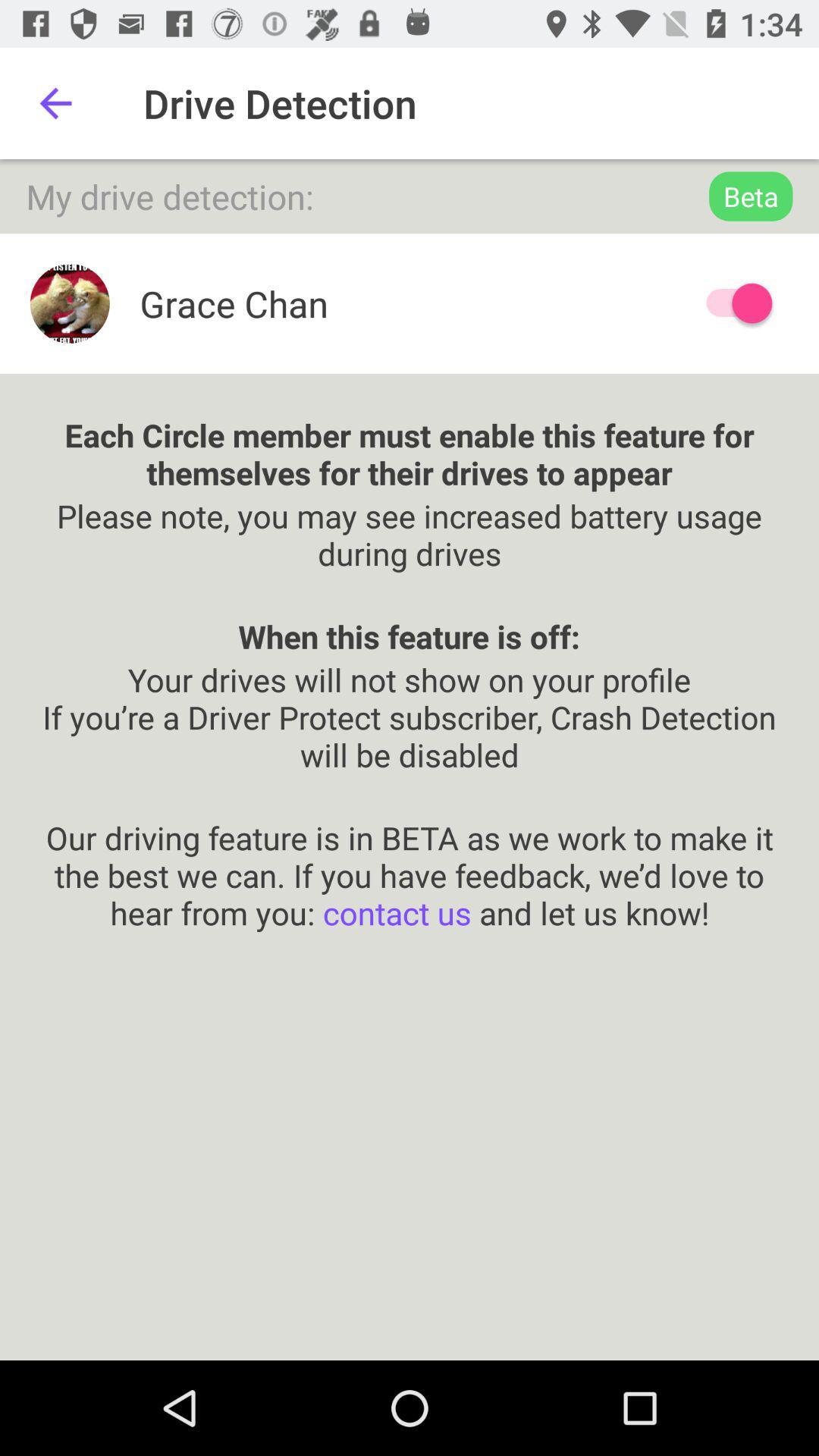 The height and width of the screenshot is (1456, 819). I want to click on the icon above each circle member icon, so click(731, 303).